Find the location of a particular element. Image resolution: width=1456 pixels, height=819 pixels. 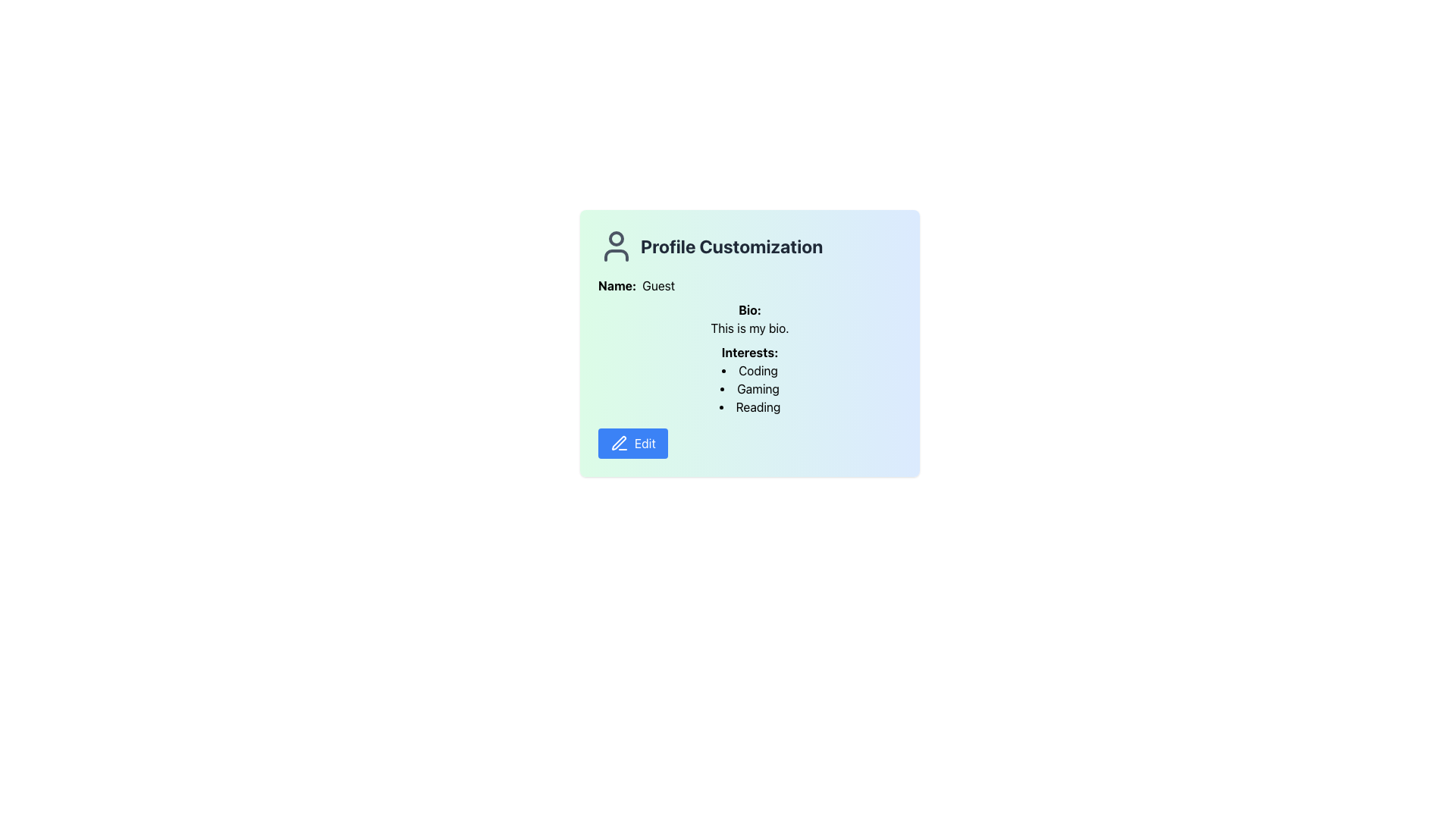

the user-related features icon, which is a gray circular icon resembling a person, positioned to the left of the text 'Profile Customization' is located at coordinates (616, 245).